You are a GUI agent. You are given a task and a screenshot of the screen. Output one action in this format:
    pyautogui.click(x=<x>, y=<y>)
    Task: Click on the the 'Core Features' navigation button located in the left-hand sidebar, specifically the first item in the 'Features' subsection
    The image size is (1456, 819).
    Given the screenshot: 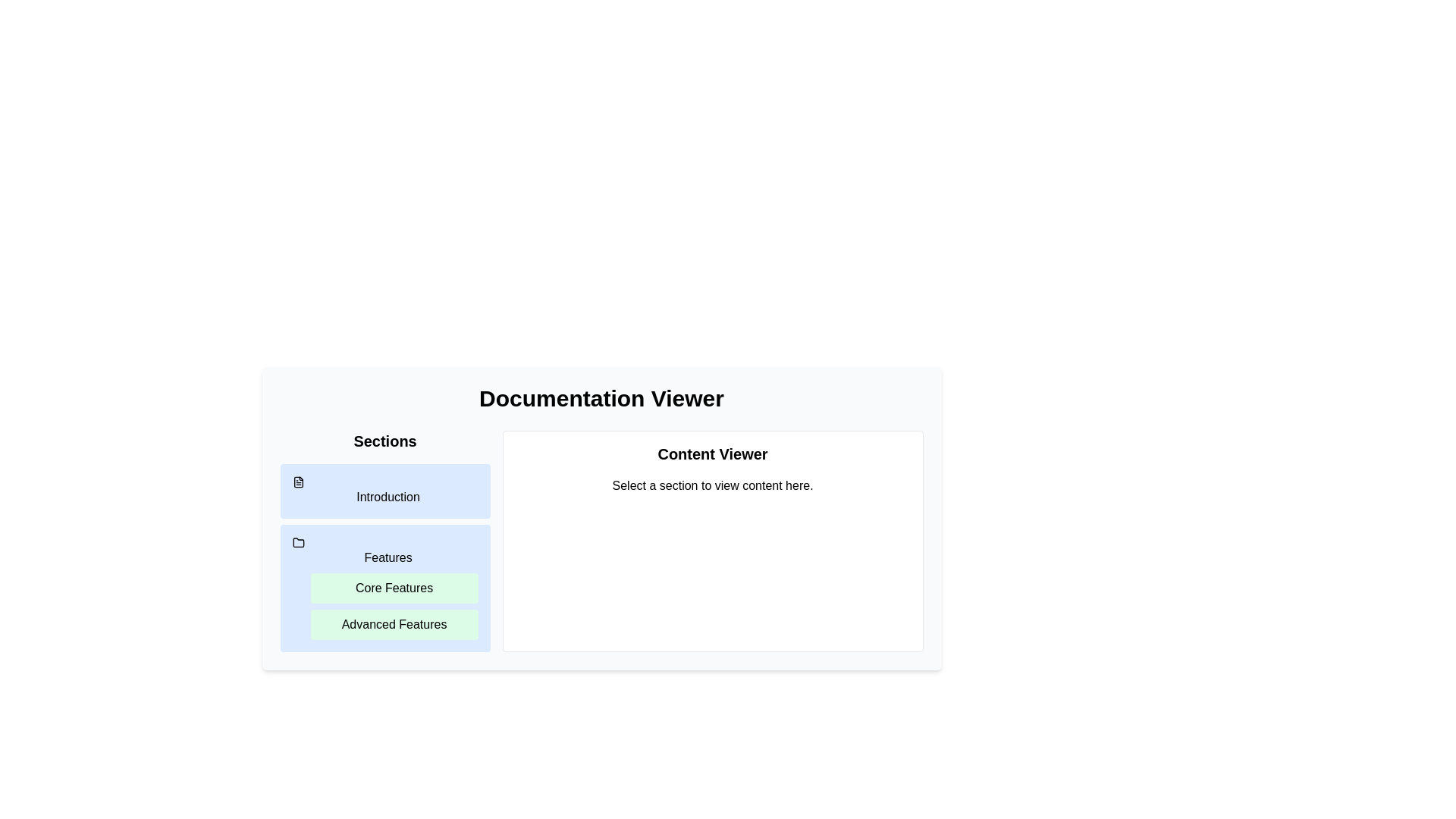 What is the action you would take?
    pyautogui.click(x=394, y=587)
    